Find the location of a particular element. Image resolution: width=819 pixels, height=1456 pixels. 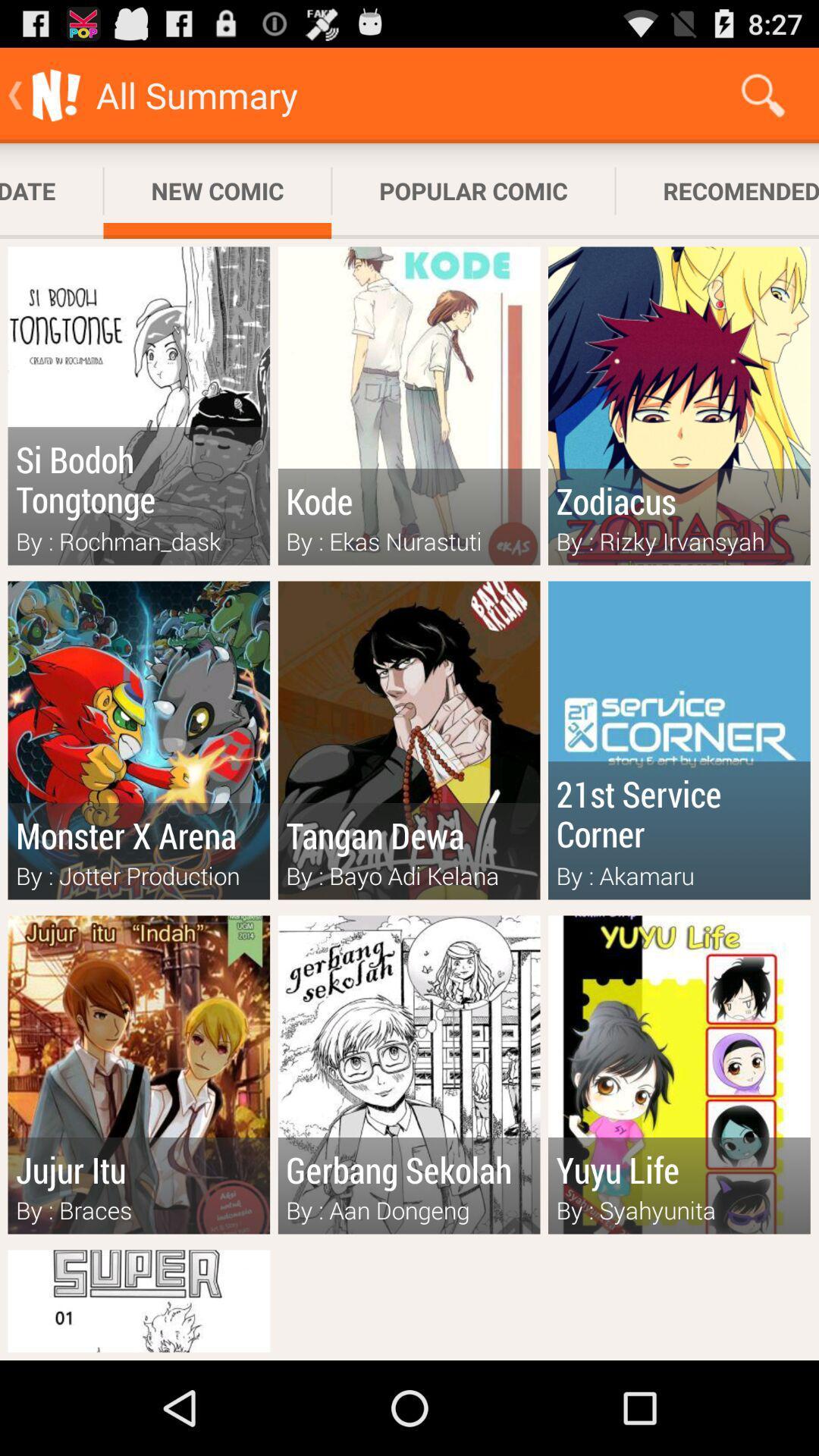

the item below all summary is located at coordinates (217, 190).